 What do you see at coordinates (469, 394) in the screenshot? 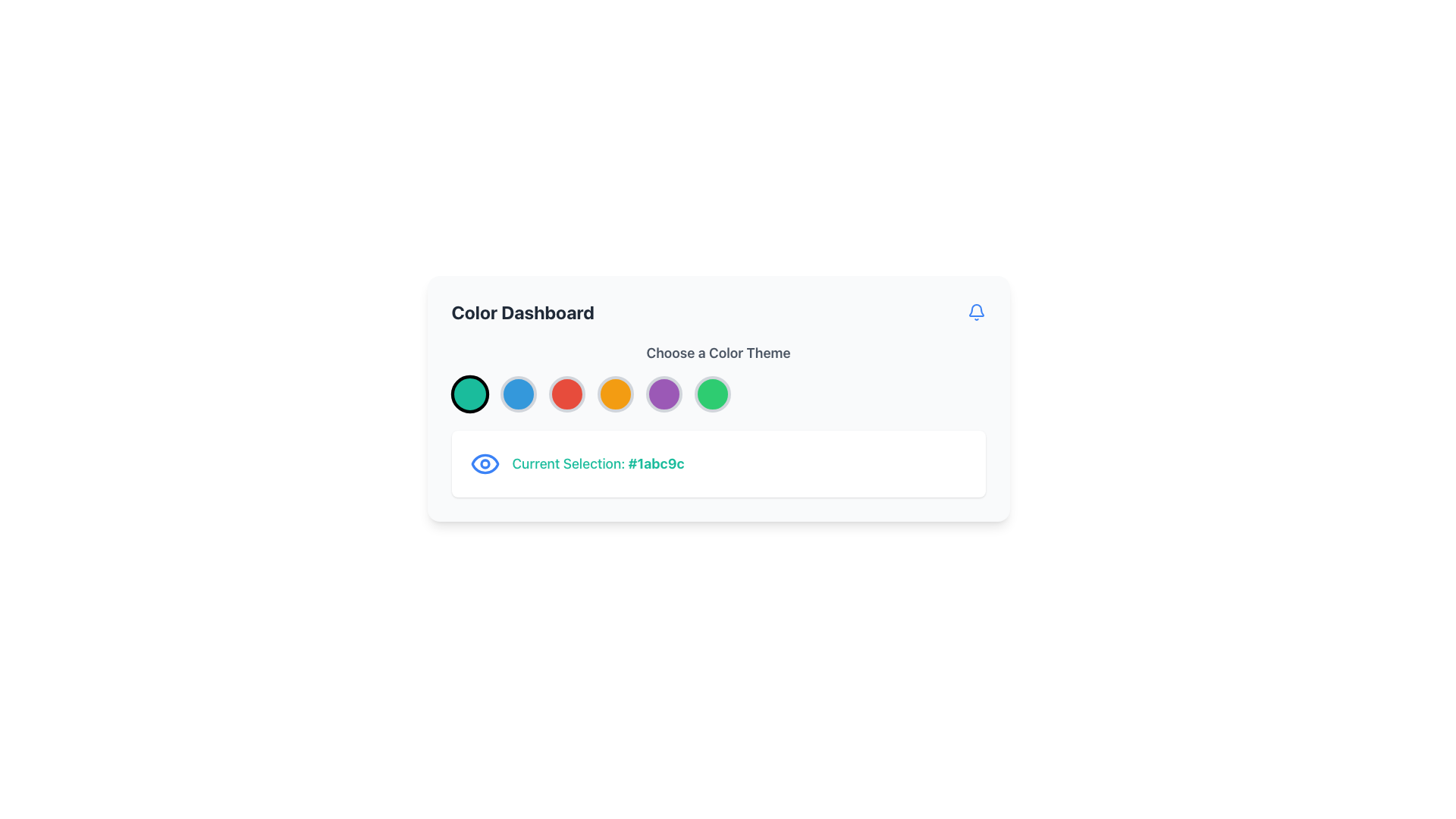
I see `the circular teal green button with a black border located under the title 'Color Dashboard'` at bounding box center [469, 394].